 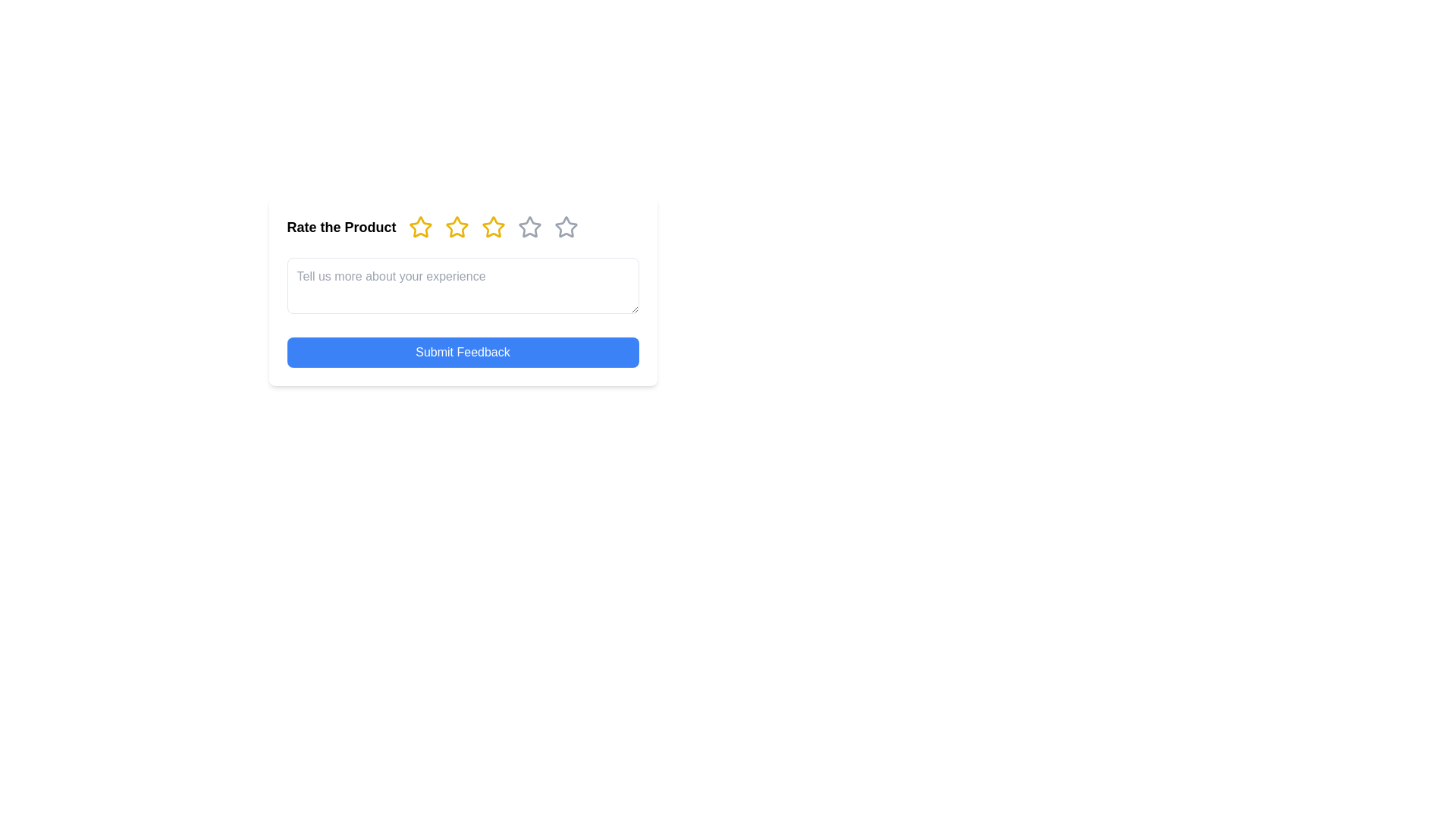 I want to click on the fourth star icon in the star rating component, so click(x=529, y=227).